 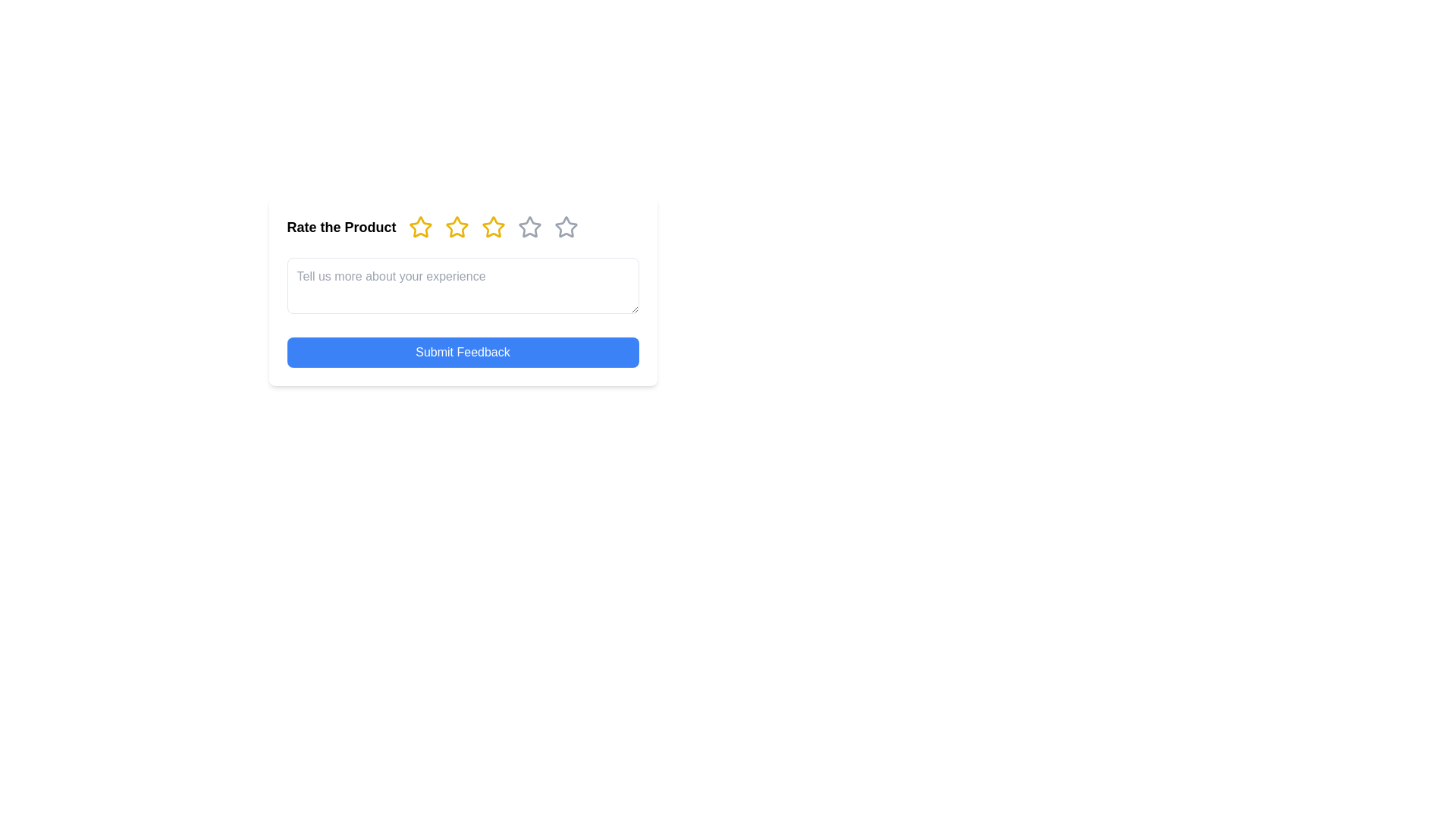 I want to click on the fourth star icon in the star rating component, so click(x=529, y=227).